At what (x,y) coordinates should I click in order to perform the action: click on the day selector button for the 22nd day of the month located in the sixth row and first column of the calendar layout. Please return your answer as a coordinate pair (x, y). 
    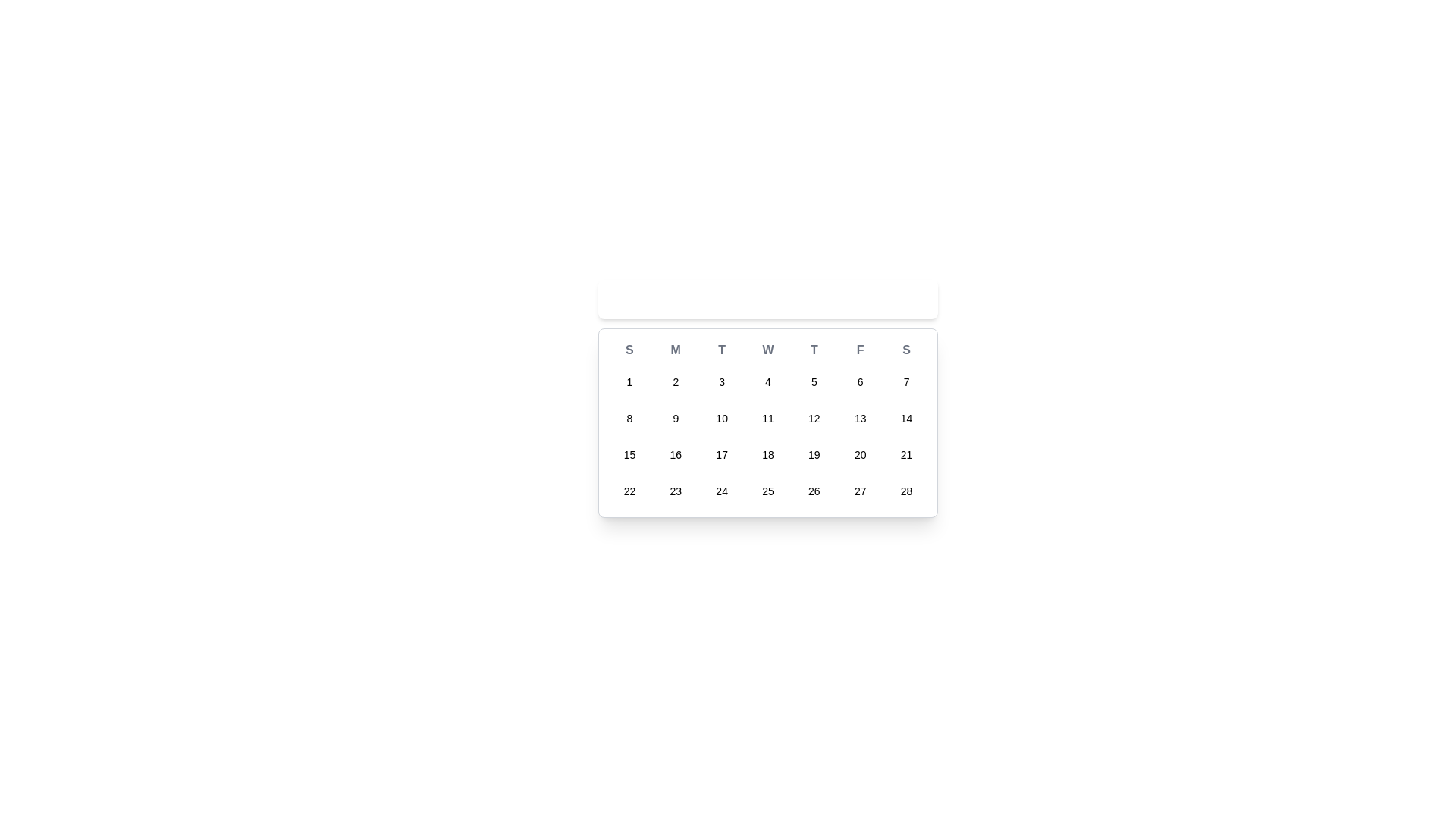
    Looking at the image, I should click on (629, 491).